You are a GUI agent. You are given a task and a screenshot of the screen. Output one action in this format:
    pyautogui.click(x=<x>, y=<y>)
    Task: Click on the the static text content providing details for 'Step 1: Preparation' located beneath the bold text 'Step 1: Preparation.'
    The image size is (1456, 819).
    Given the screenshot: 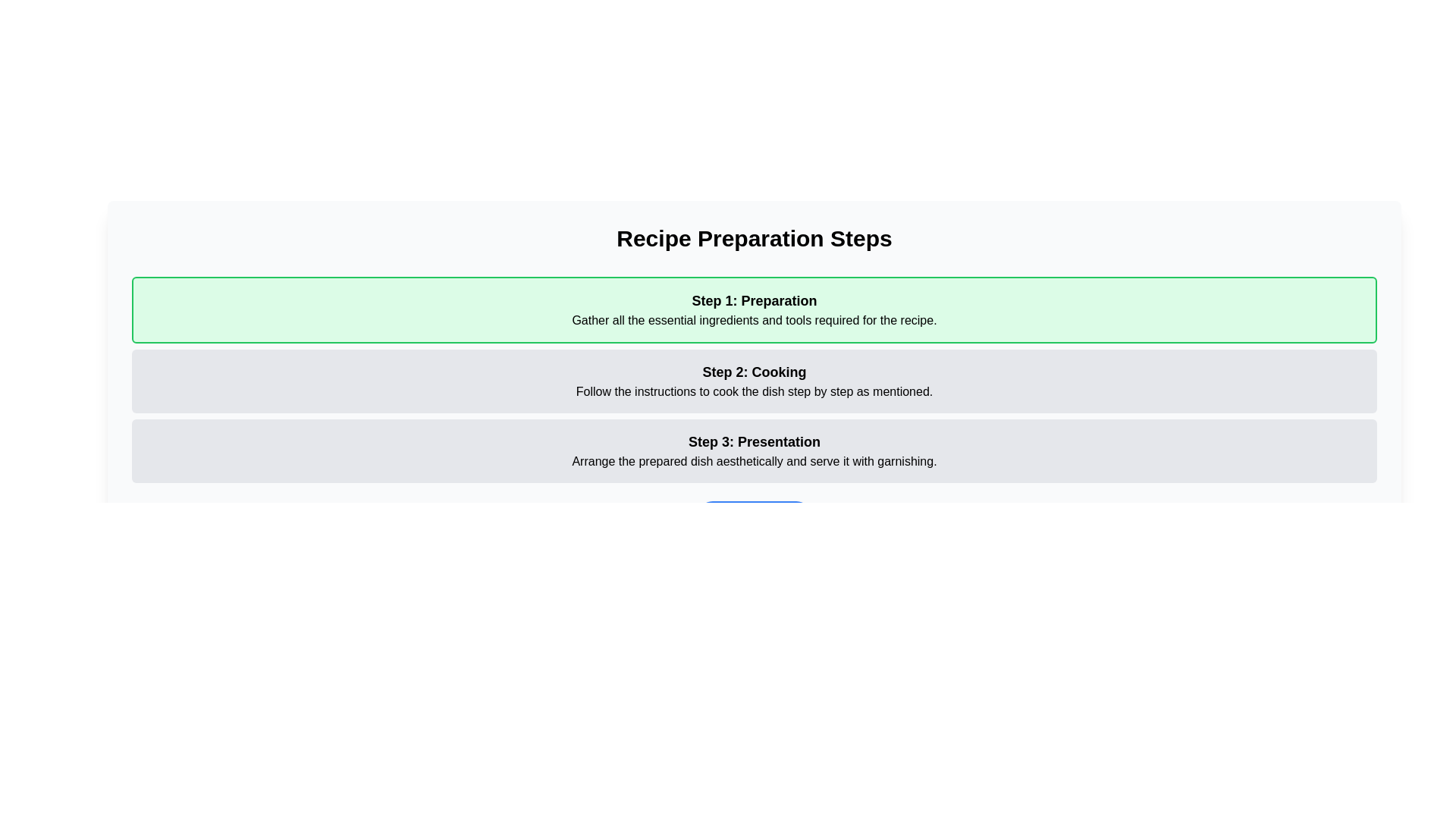 What is the action you would take?
    pyautogui.click(x=754, y=320)
    